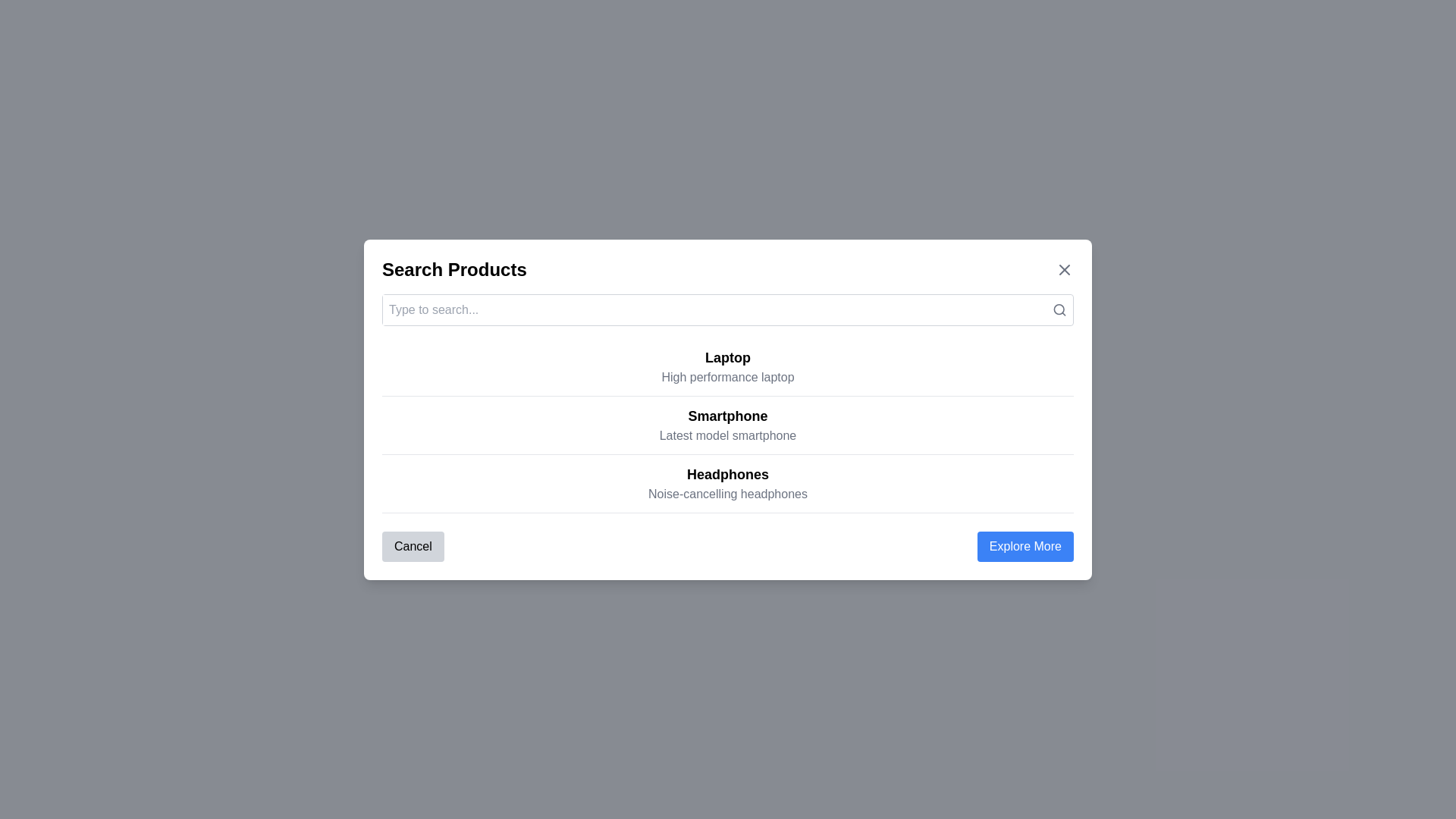  Describe the element at coordinates (1063, 268) in the screenshot. I see `the Close button icon located in the top-right corner of the modal dialog` at that location.